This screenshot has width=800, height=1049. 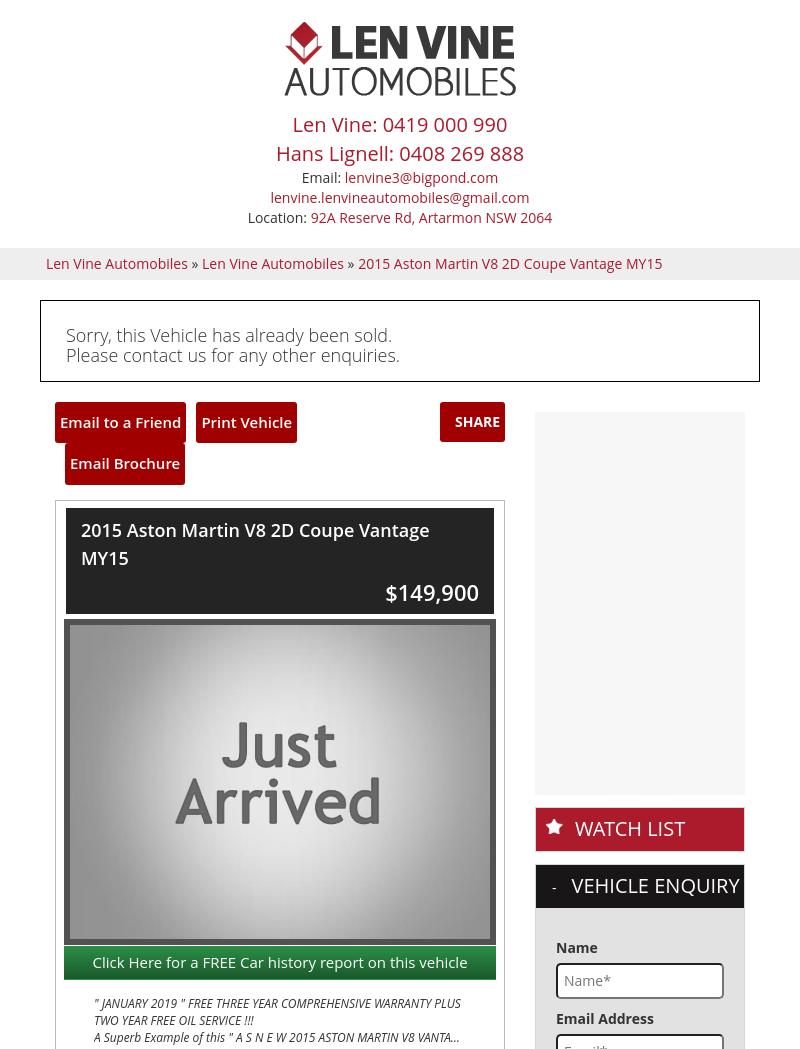 What do you see at coordinates (100, 76) in the screenshot?
I see `'Reg Plate'` at bounding box center [100, 76].